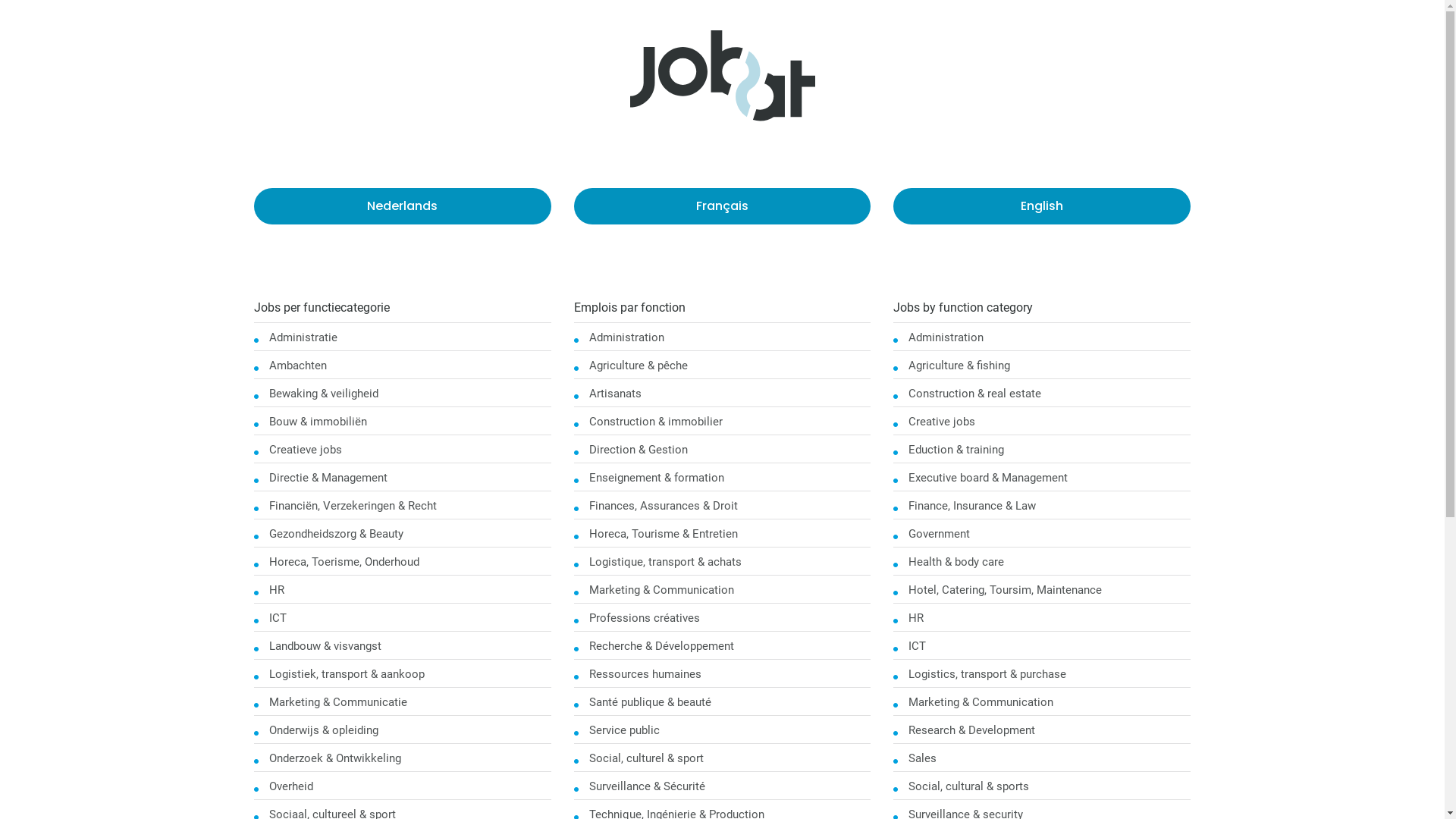  Describe the element at coordinates (921, 758) in the screenshot. I see `'Sales'` at that location.